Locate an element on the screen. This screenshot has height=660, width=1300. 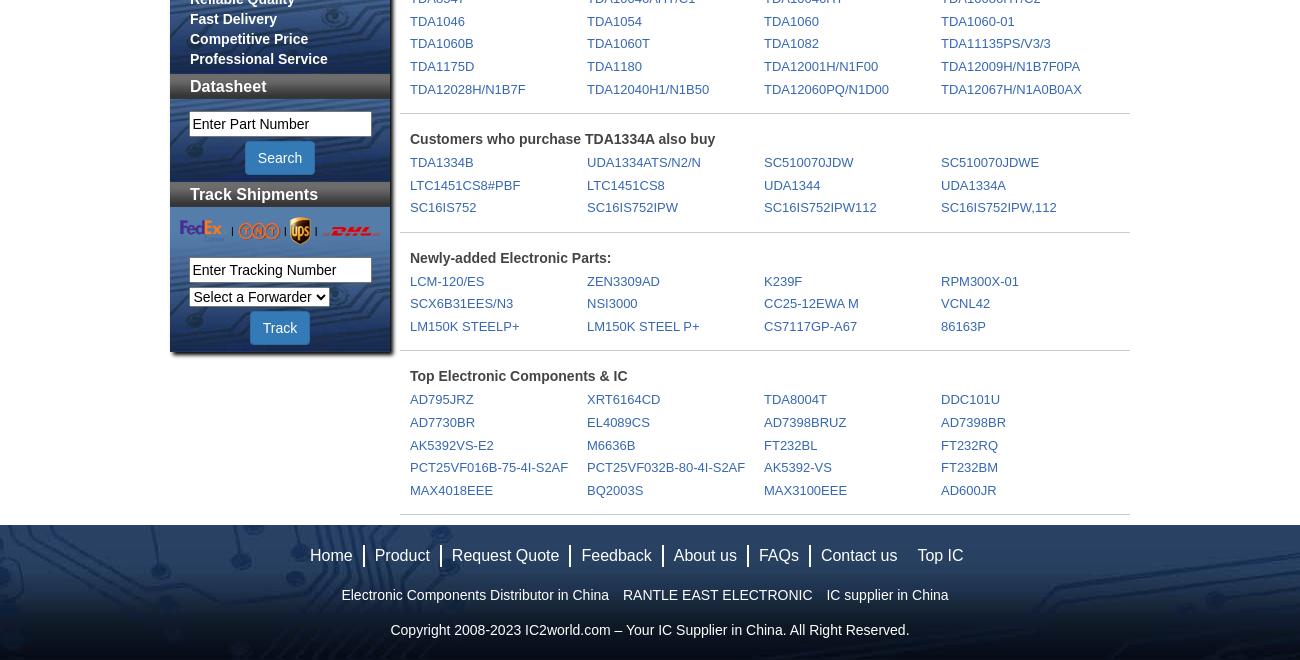
'IC supplier in China' is located at coordinates (885, 593).